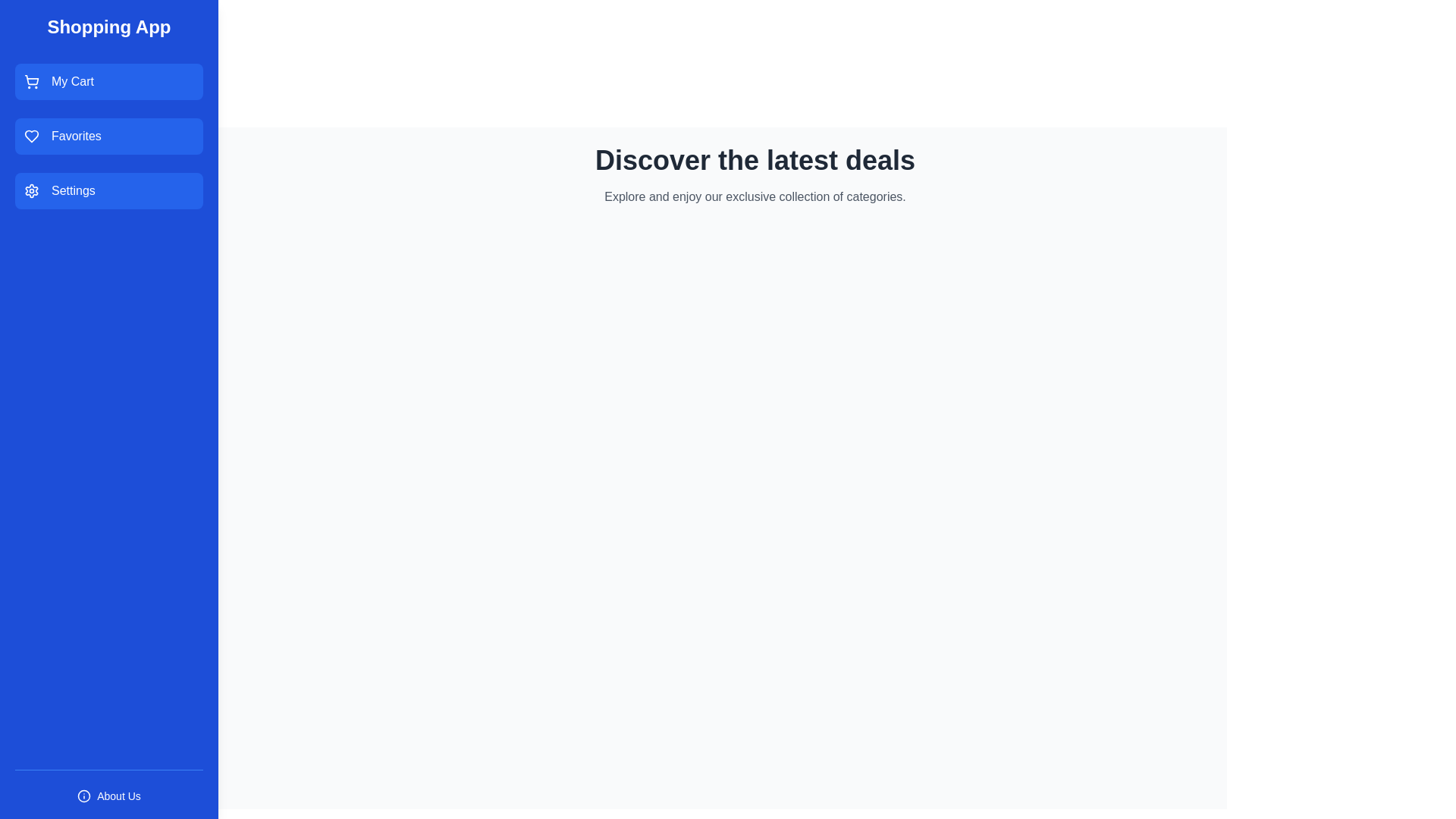  What do you see at coordinates (108, 190) in the screenshot?
I see `the 'Settings' button in the drawer to navigate to the settings page` at bounding box center [108, 190].